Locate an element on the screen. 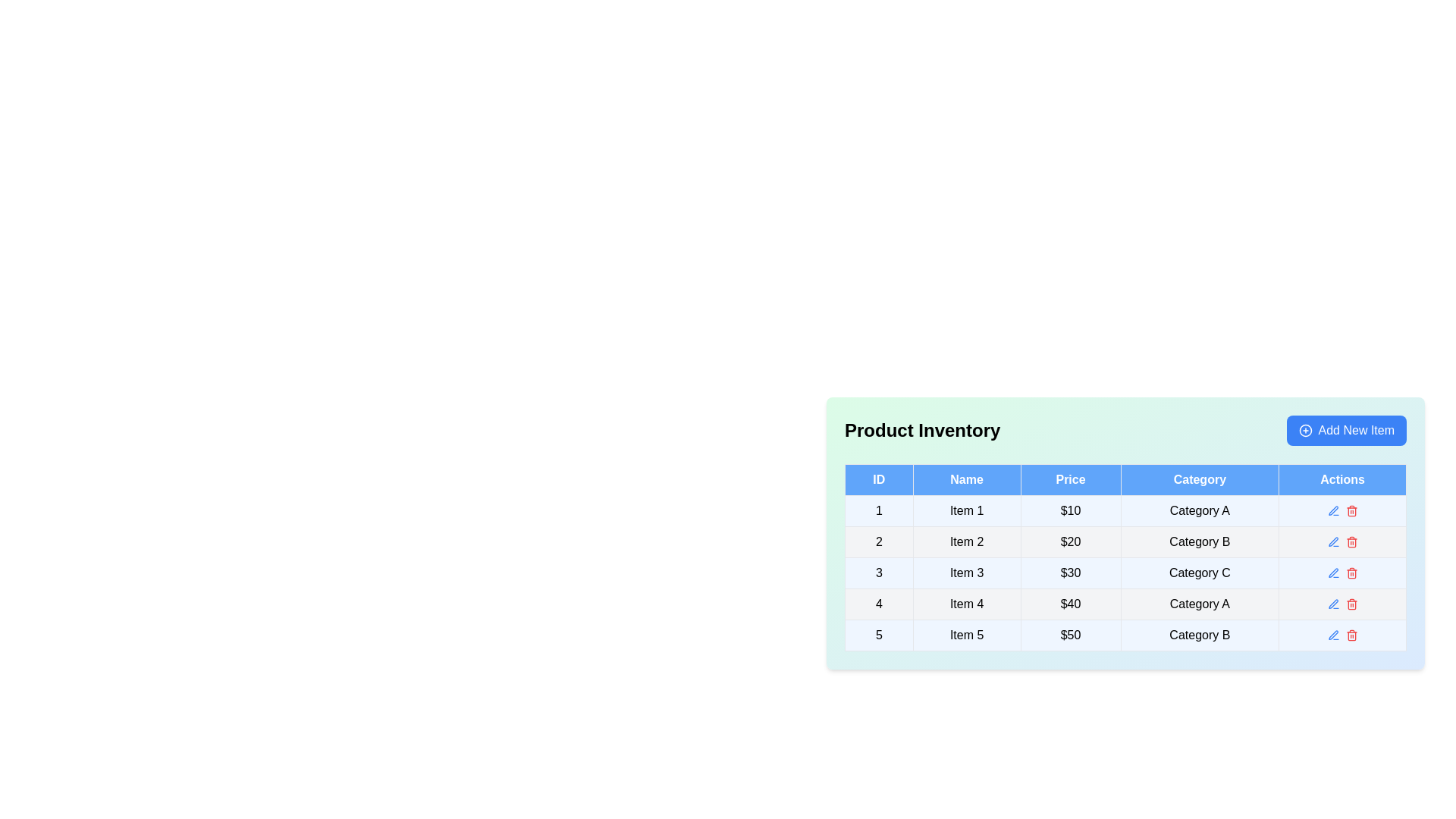 Image resolution: width=1456 pixels, height=819 pixels. the Text label indicating the category type for the fifth item in the table, which is located in the fourth cell of the fifth row under the 'Category' column is located at coordinates (1199, 635).